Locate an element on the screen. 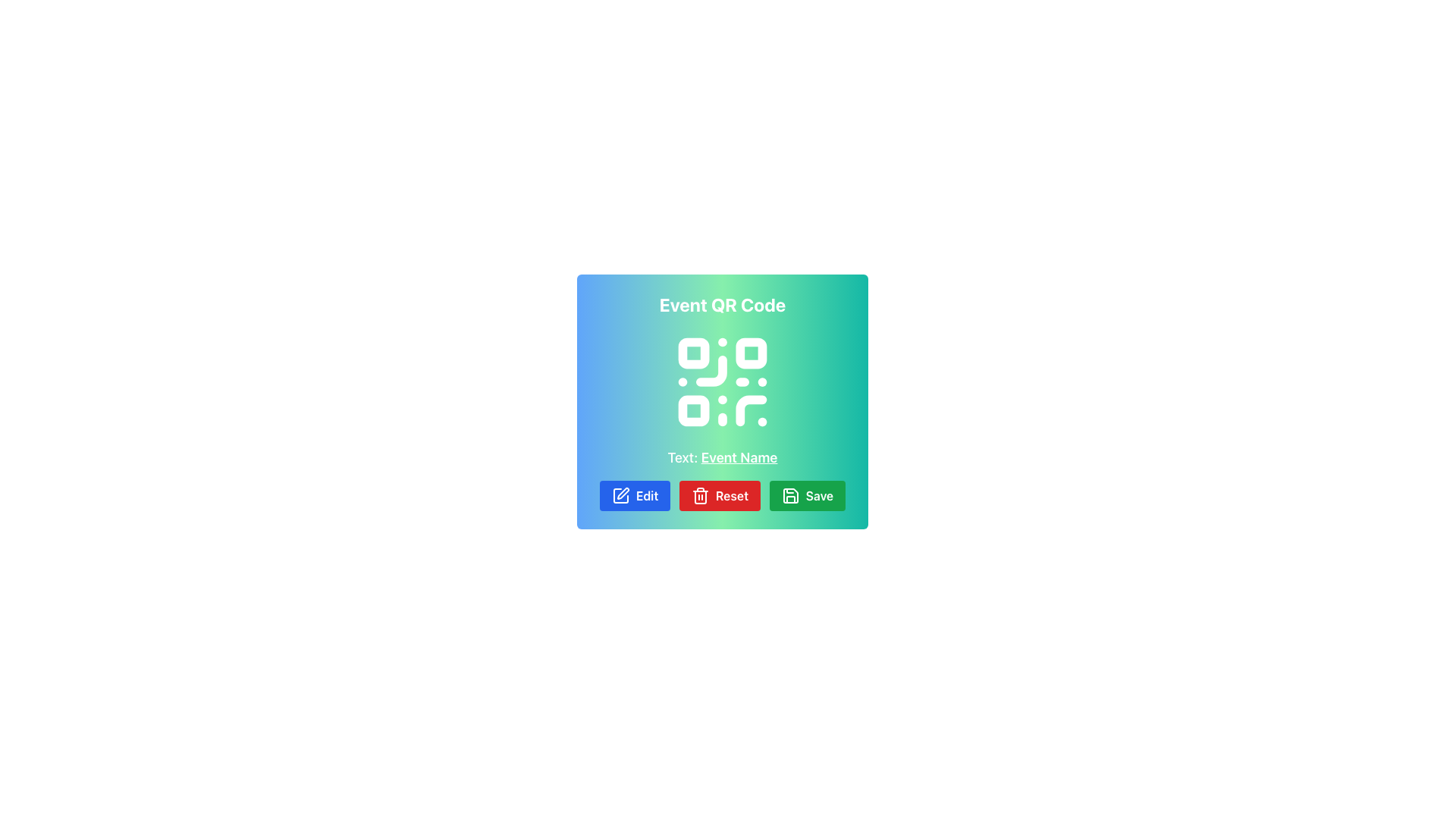 This screenshot has height=819, width=1456. the floppy disk icon within the 'Save' button is located at coordinates (789, 496).